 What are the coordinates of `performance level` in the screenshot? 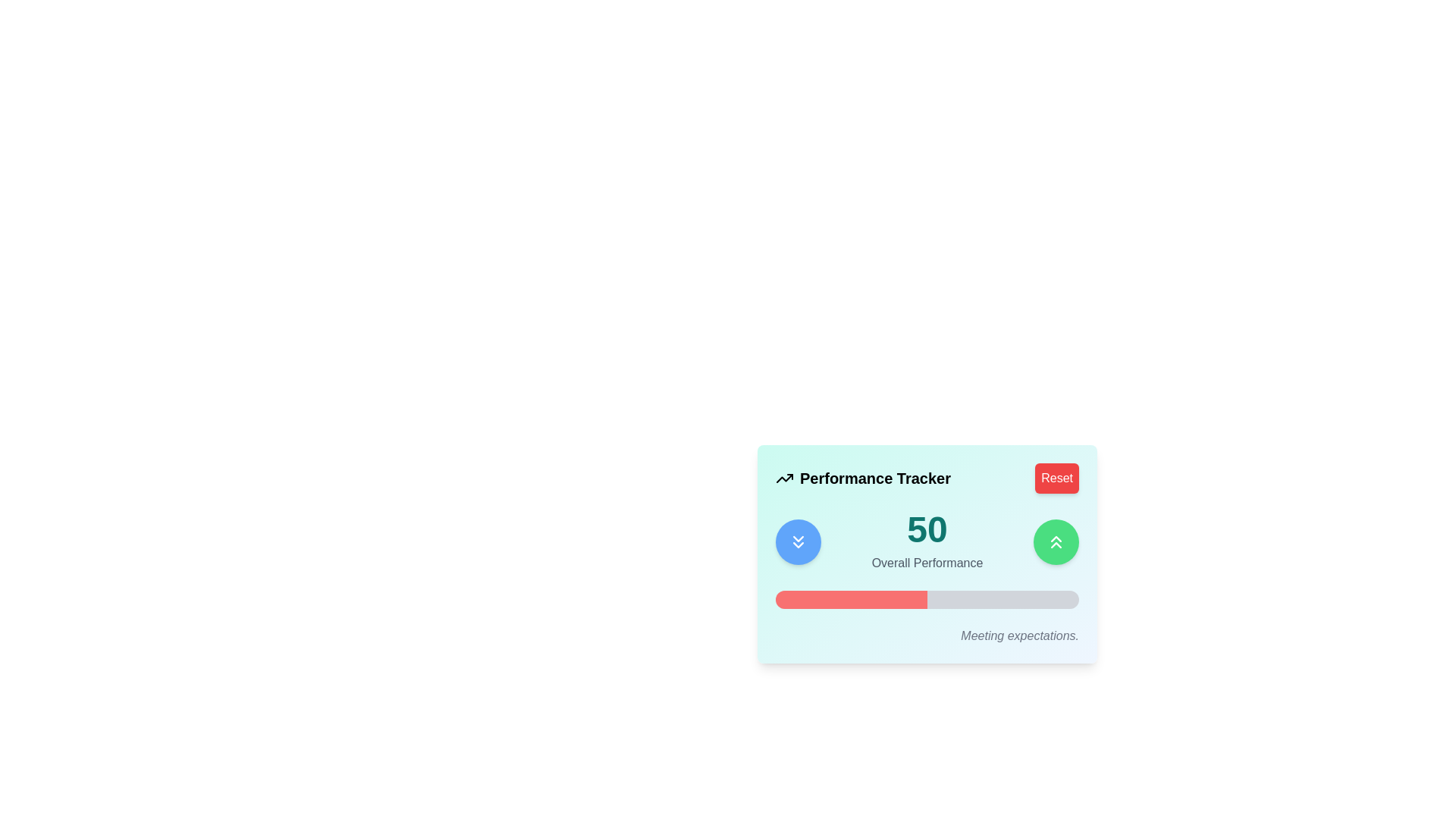 It's located at (1054, 598).